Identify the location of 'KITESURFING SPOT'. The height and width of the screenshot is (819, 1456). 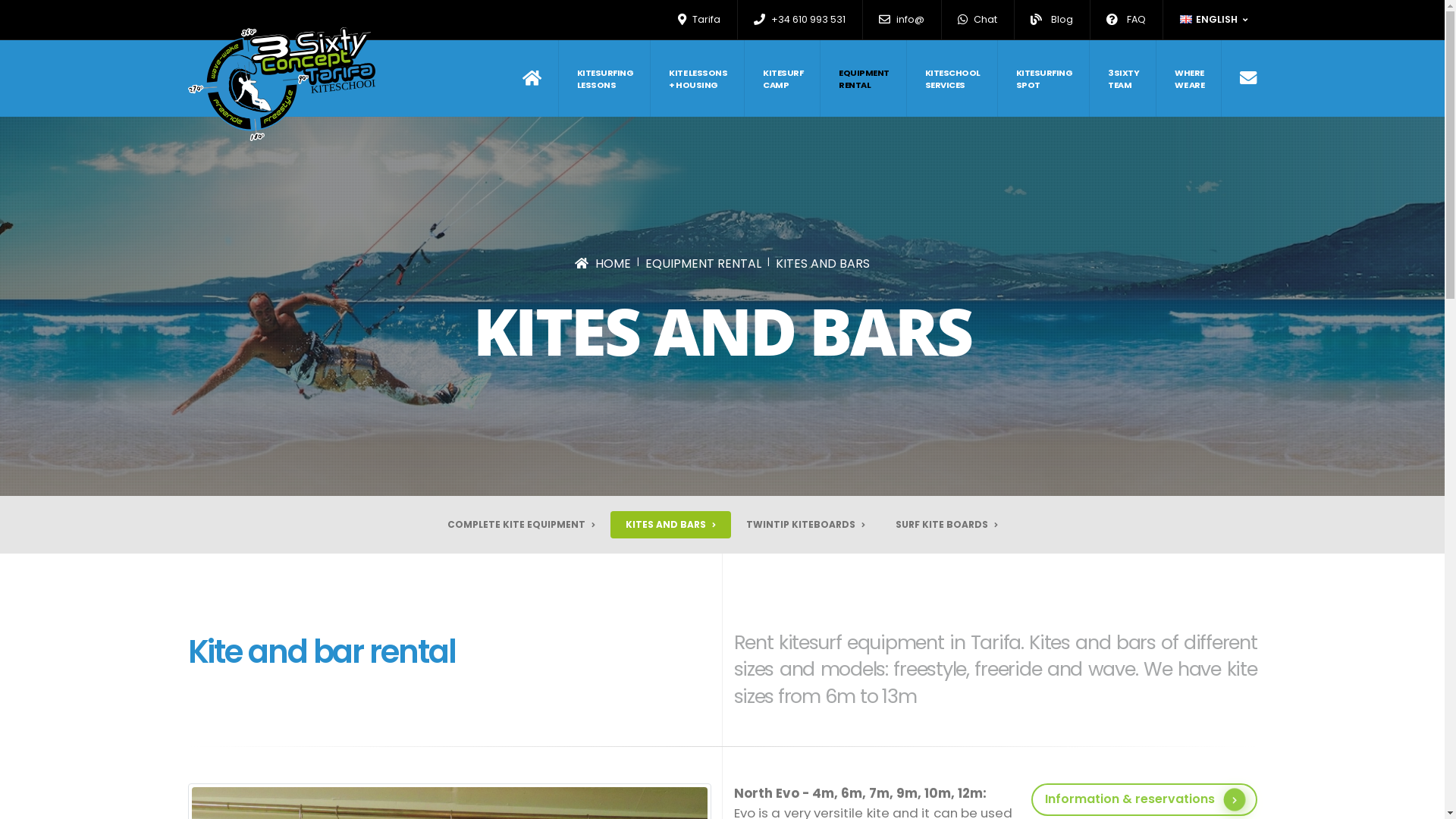
(999, 78).